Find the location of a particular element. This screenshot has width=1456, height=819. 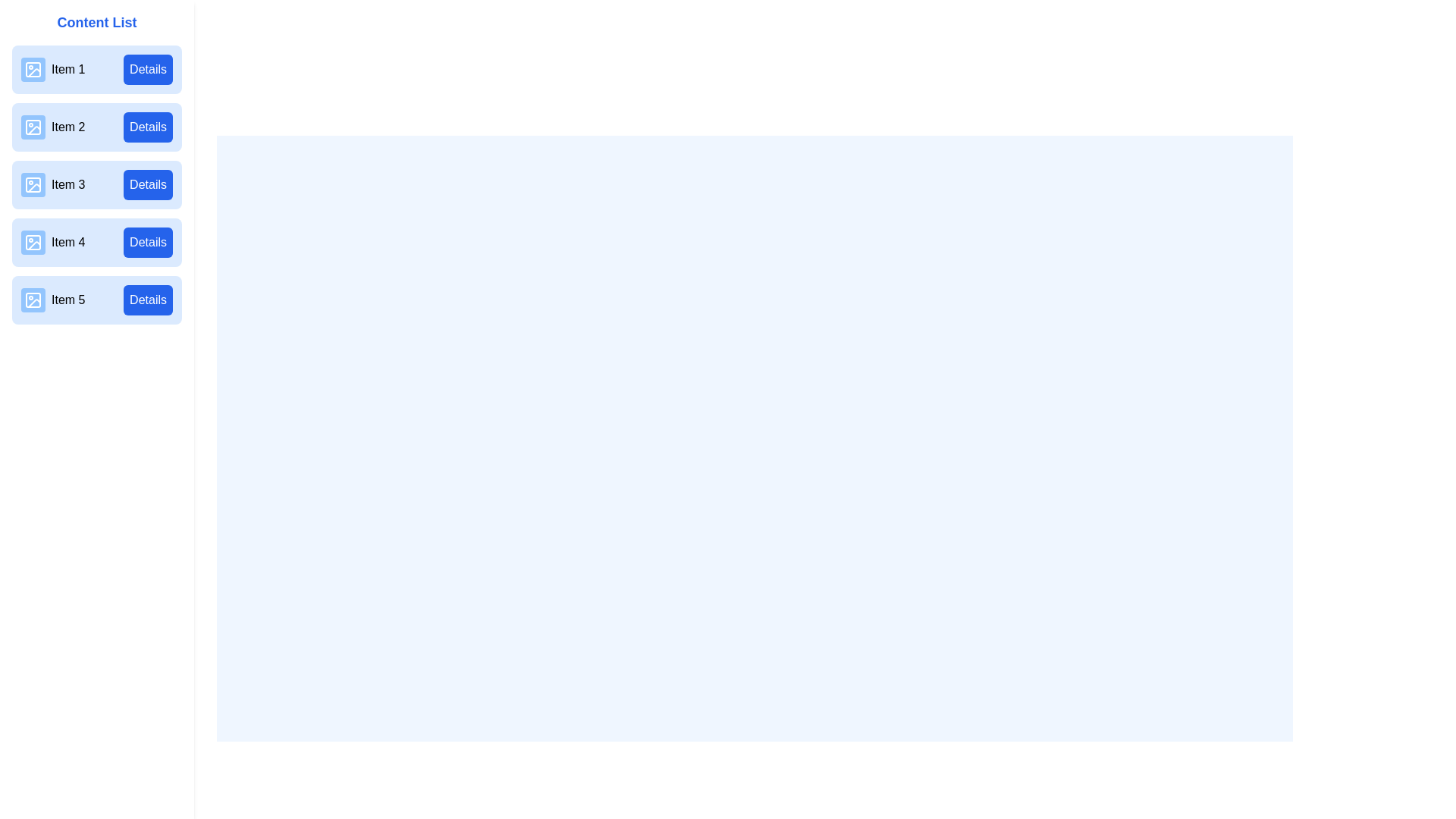

the text label 'Item 3' located in the third row of the vertical 'Content List' is located at coordinates (67, 184).